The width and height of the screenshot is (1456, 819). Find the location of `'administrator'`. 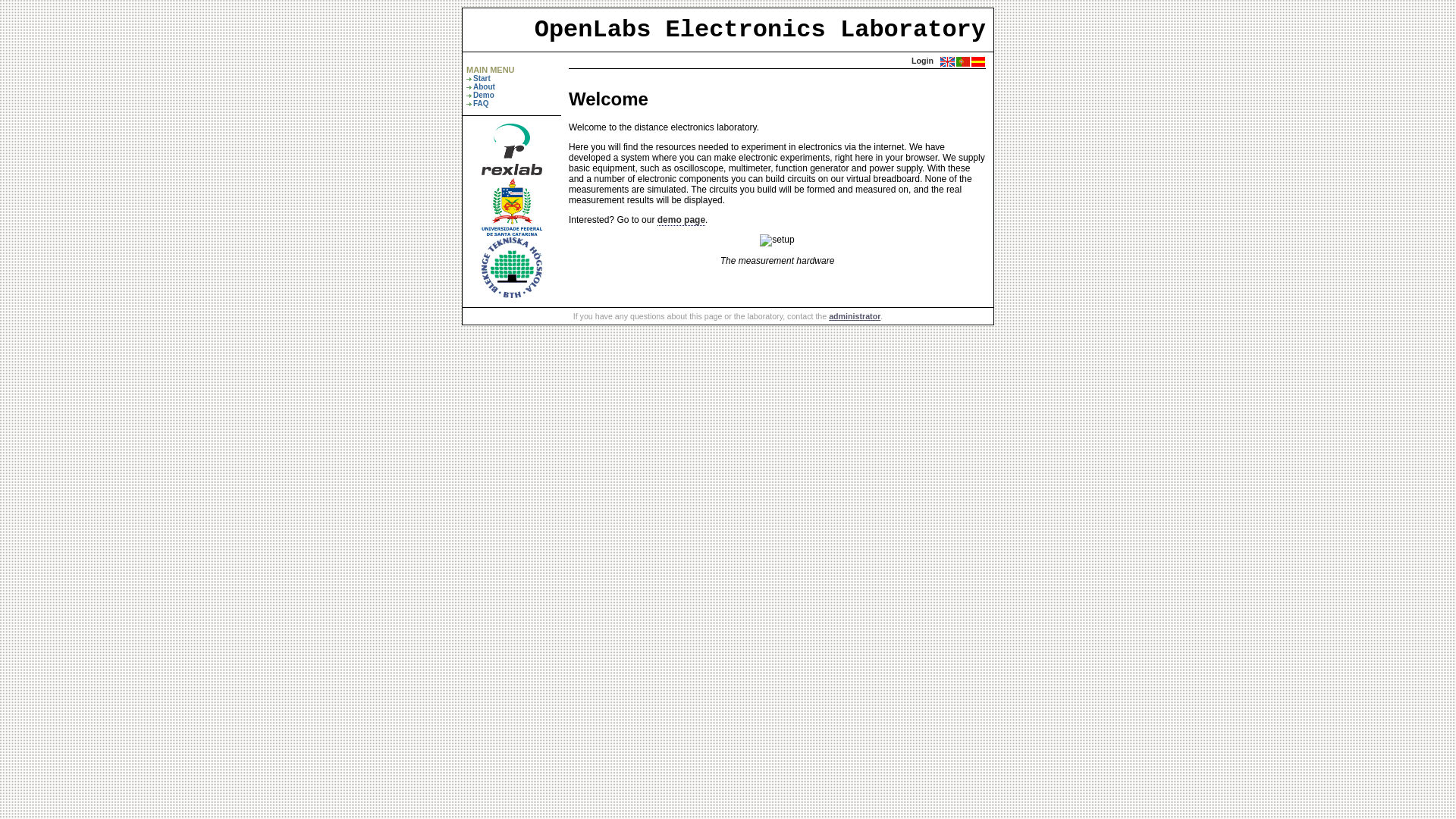

'administrator' is located at coordinates (828, 315).